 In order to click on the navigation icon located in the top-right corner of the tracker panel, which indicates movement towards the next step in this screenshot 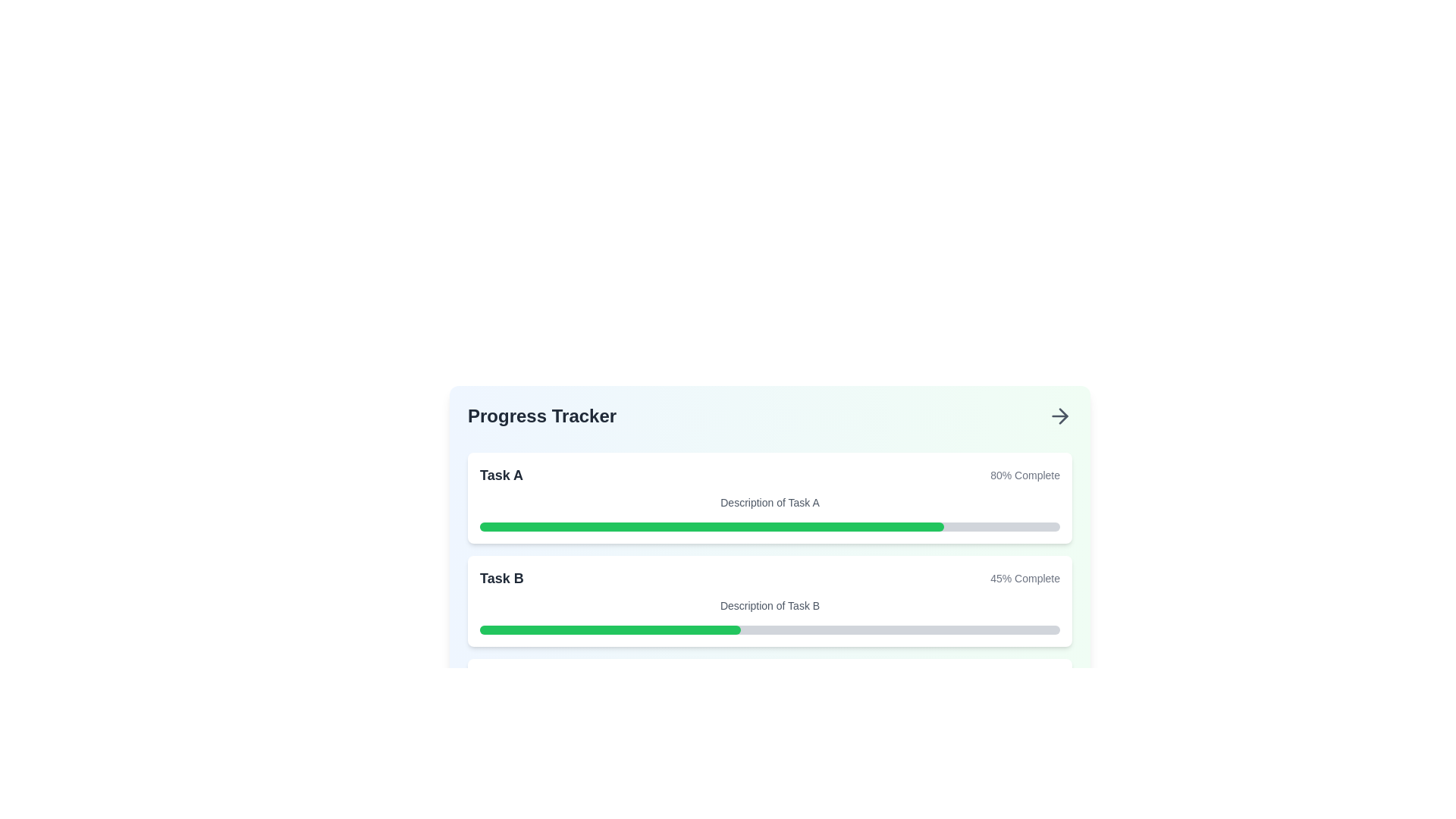, I will do `click(1062, 416)`.